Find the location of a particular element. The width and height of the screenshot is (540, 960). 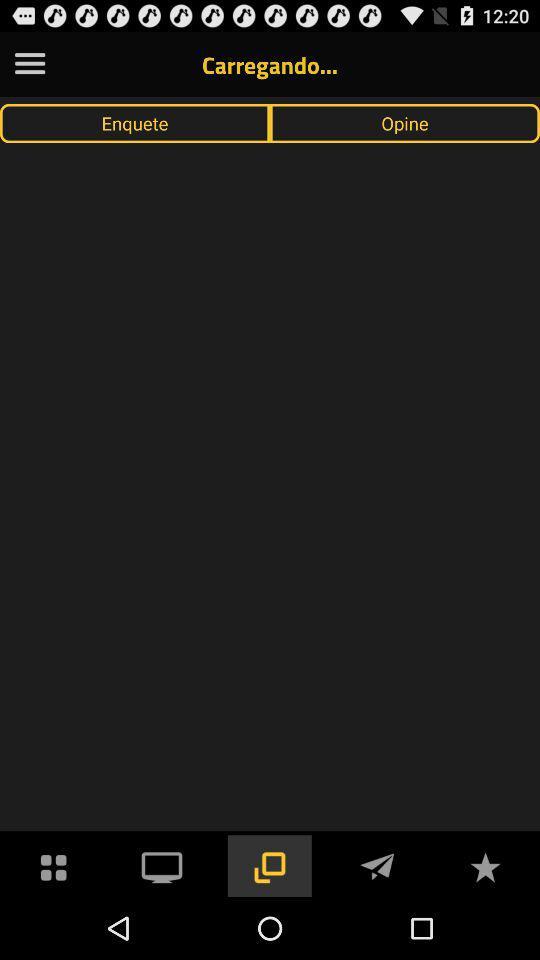

the opine button is located at coordinates (405, 122).